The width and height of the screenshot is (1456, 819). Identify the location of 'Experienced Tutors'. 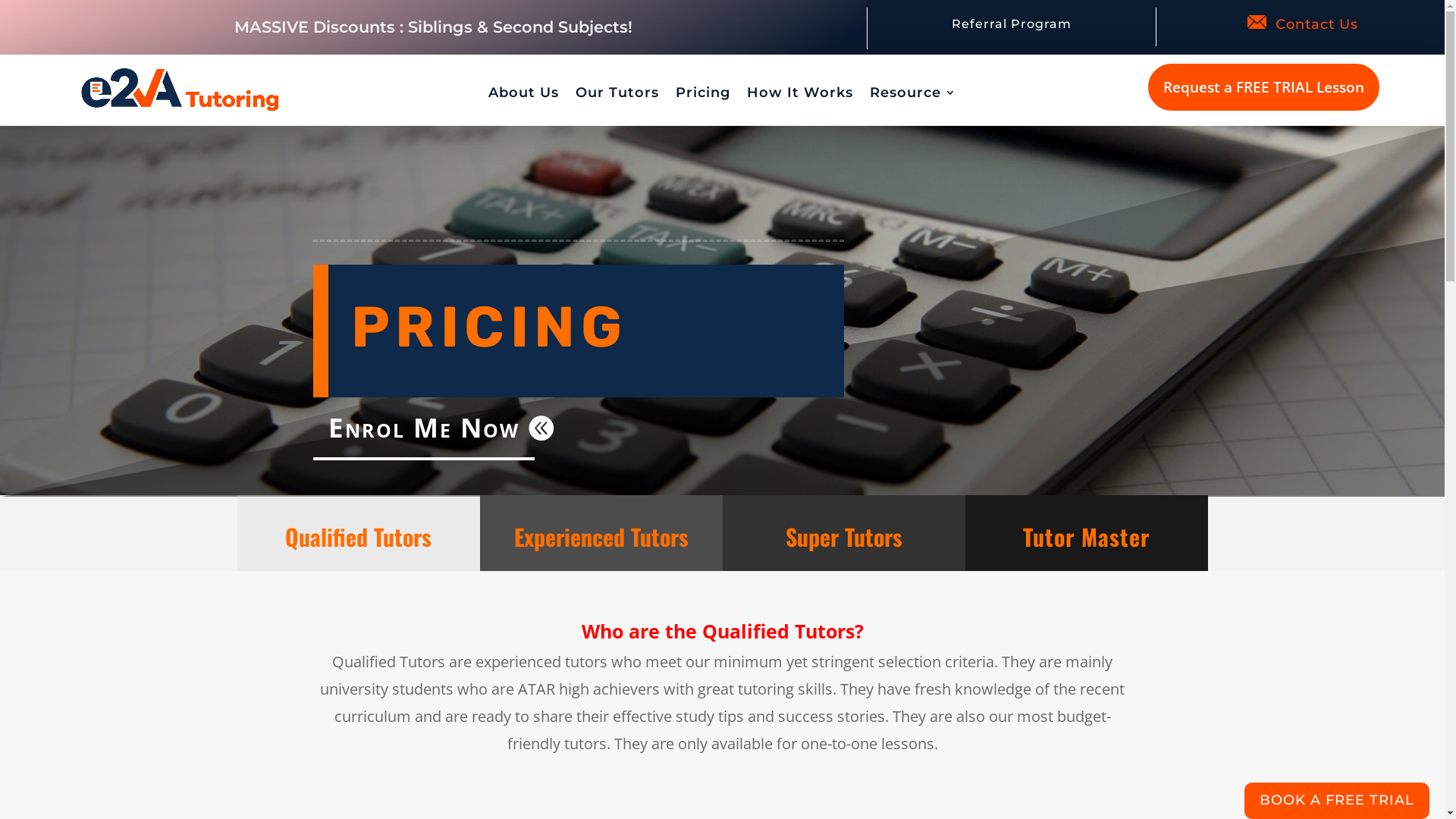
(513, 535).